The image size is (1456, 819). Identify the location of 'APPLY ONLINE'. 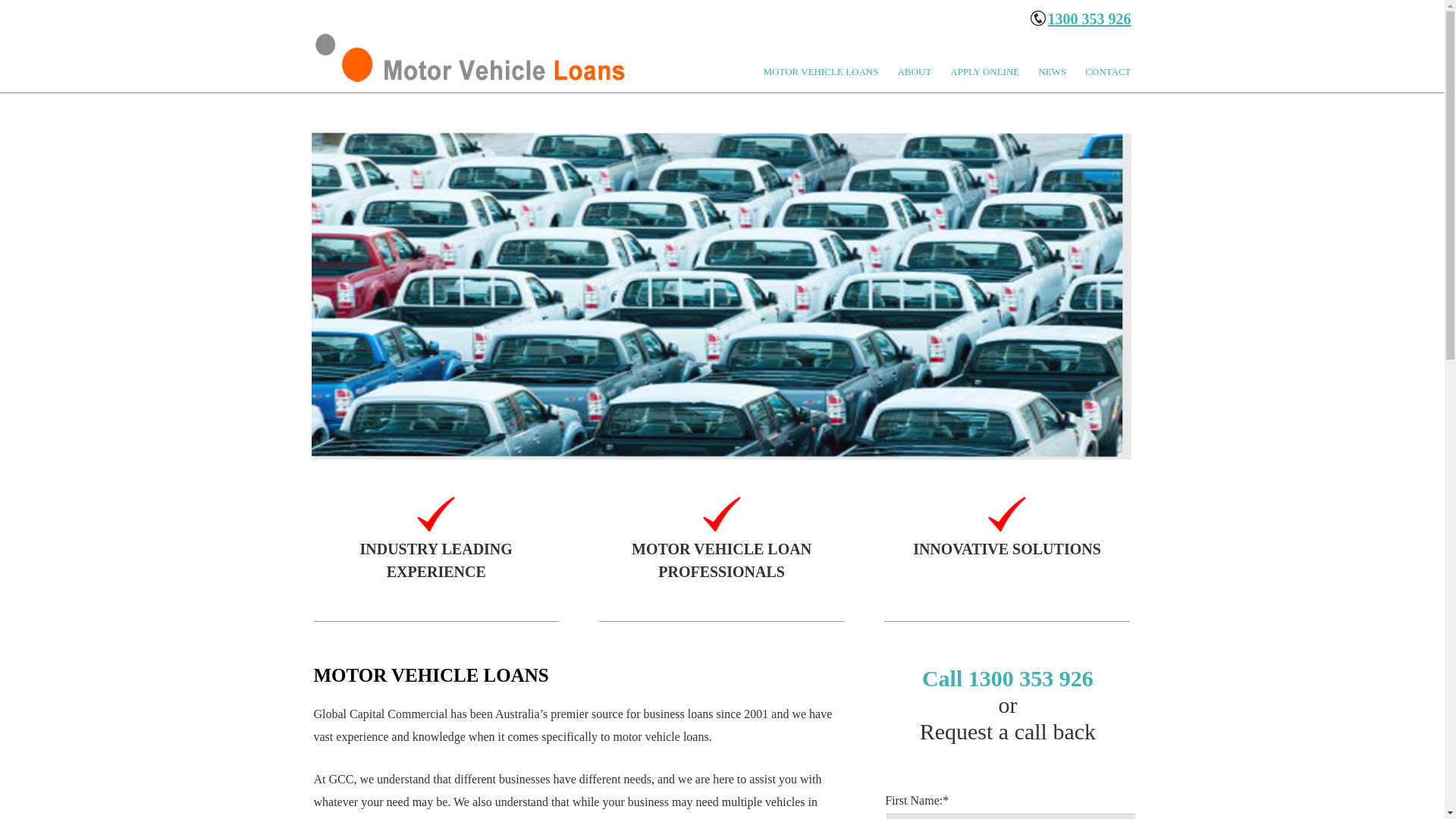
(993, 71).